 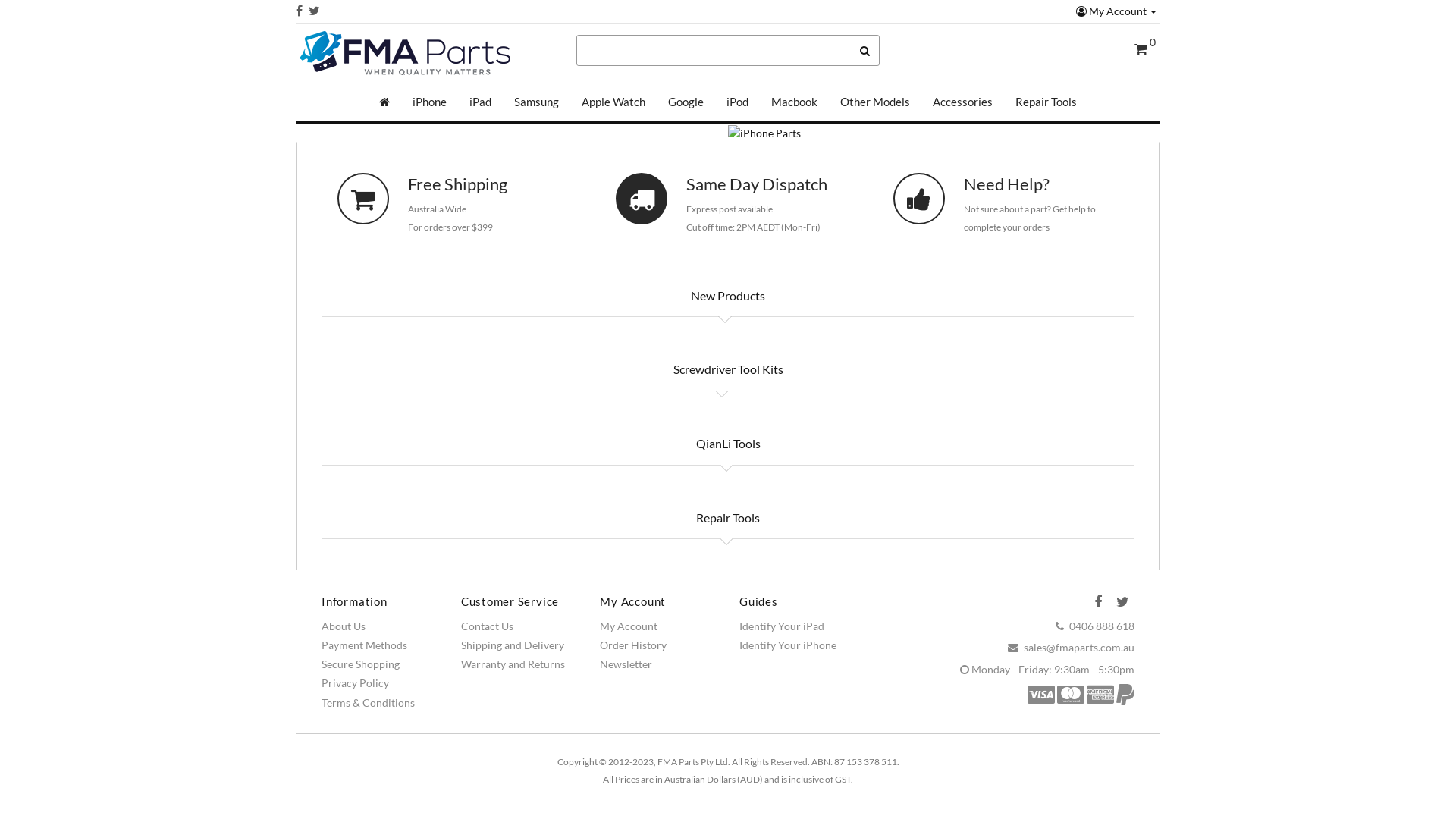 I want to click on 'Repair Tools', so click(x=683, y=516).